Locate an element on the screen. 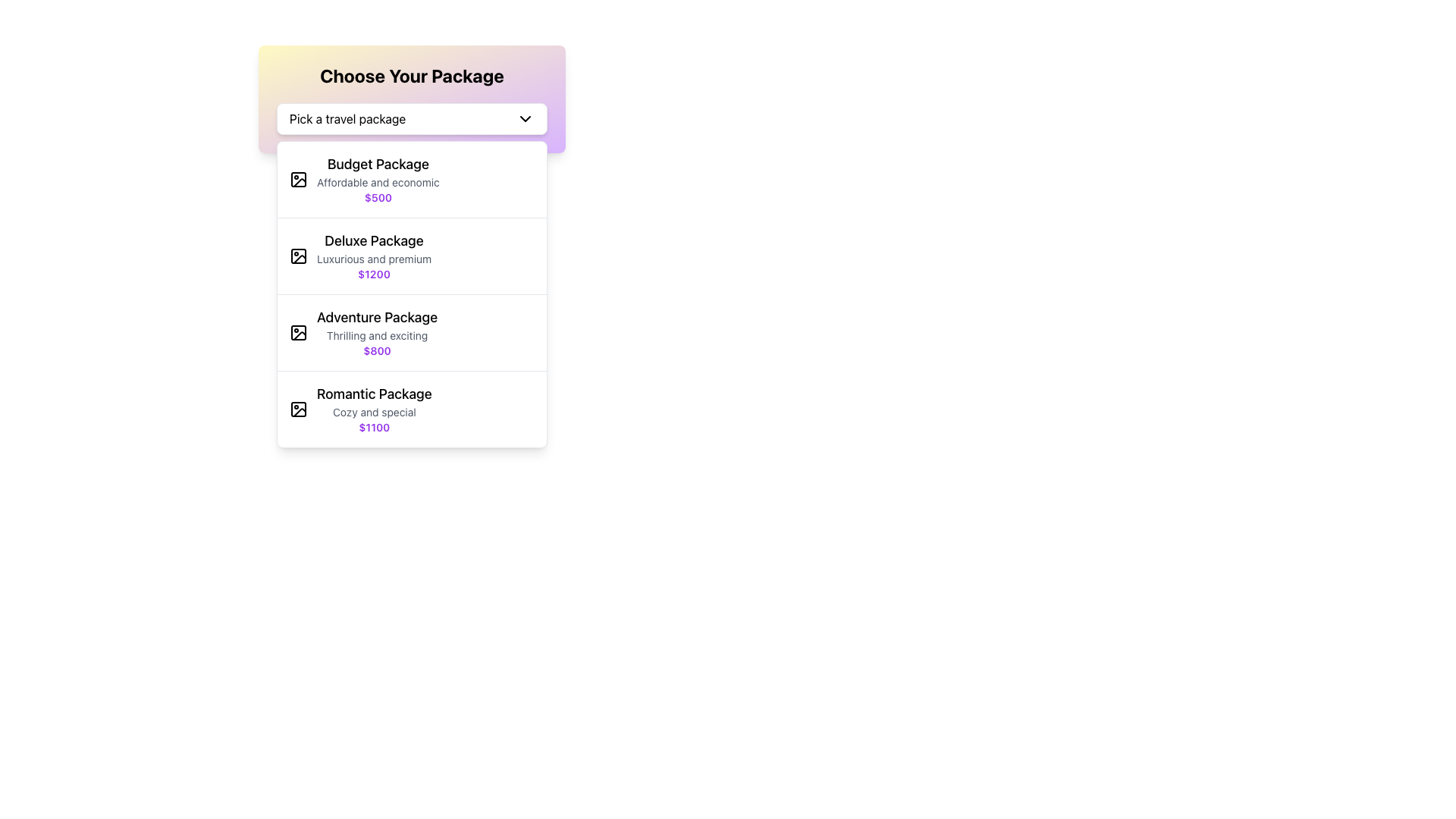  the rounded rectangle icon element representing a missing image within the SVG graphic, located near the top-left corner above a circular section is located at coordinates (298, 178).